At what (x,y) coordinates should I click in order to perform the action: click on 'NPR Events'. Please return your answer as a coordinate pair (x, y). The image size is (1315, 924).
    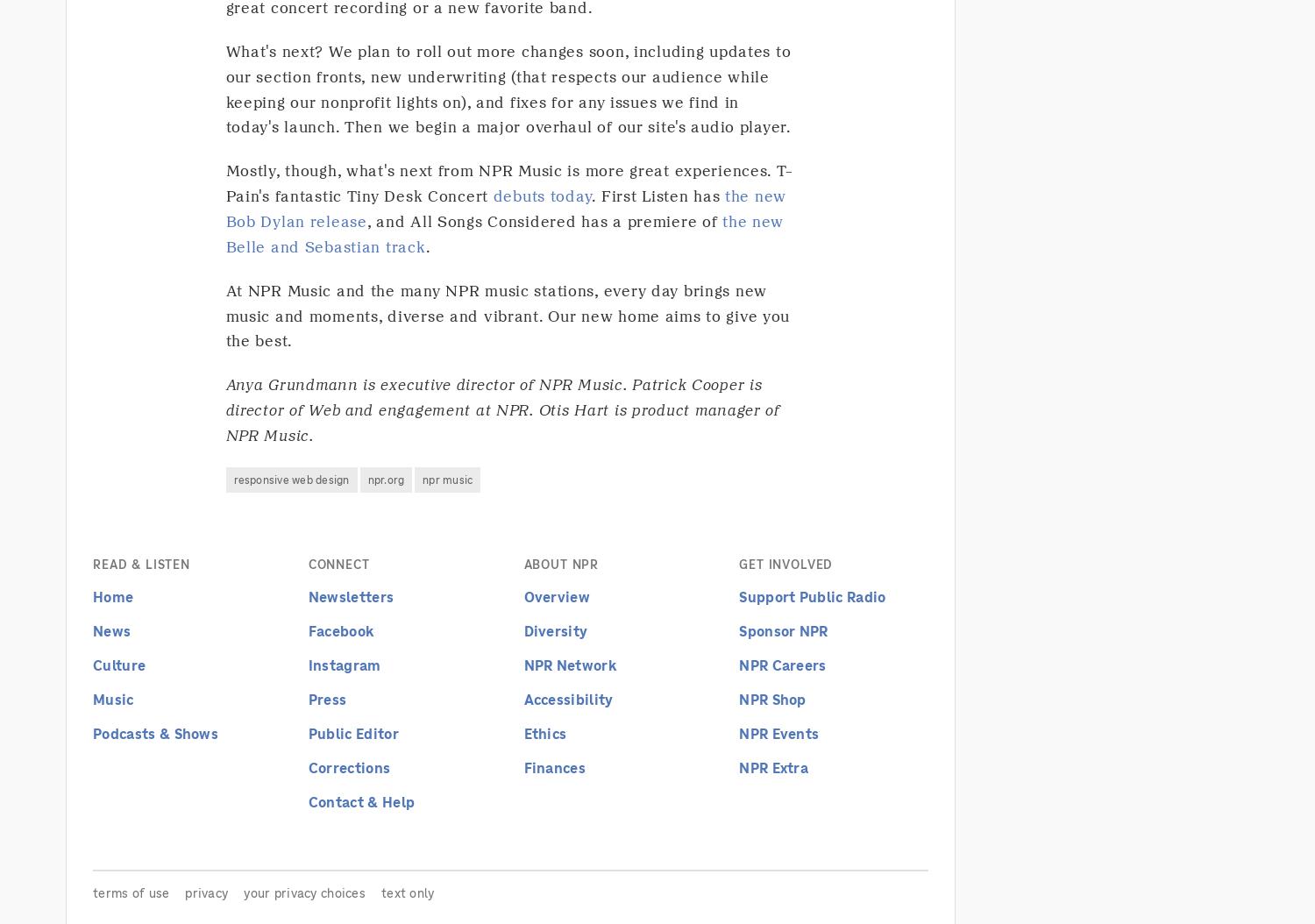
    Looking at the image, I should click on (778, 732).